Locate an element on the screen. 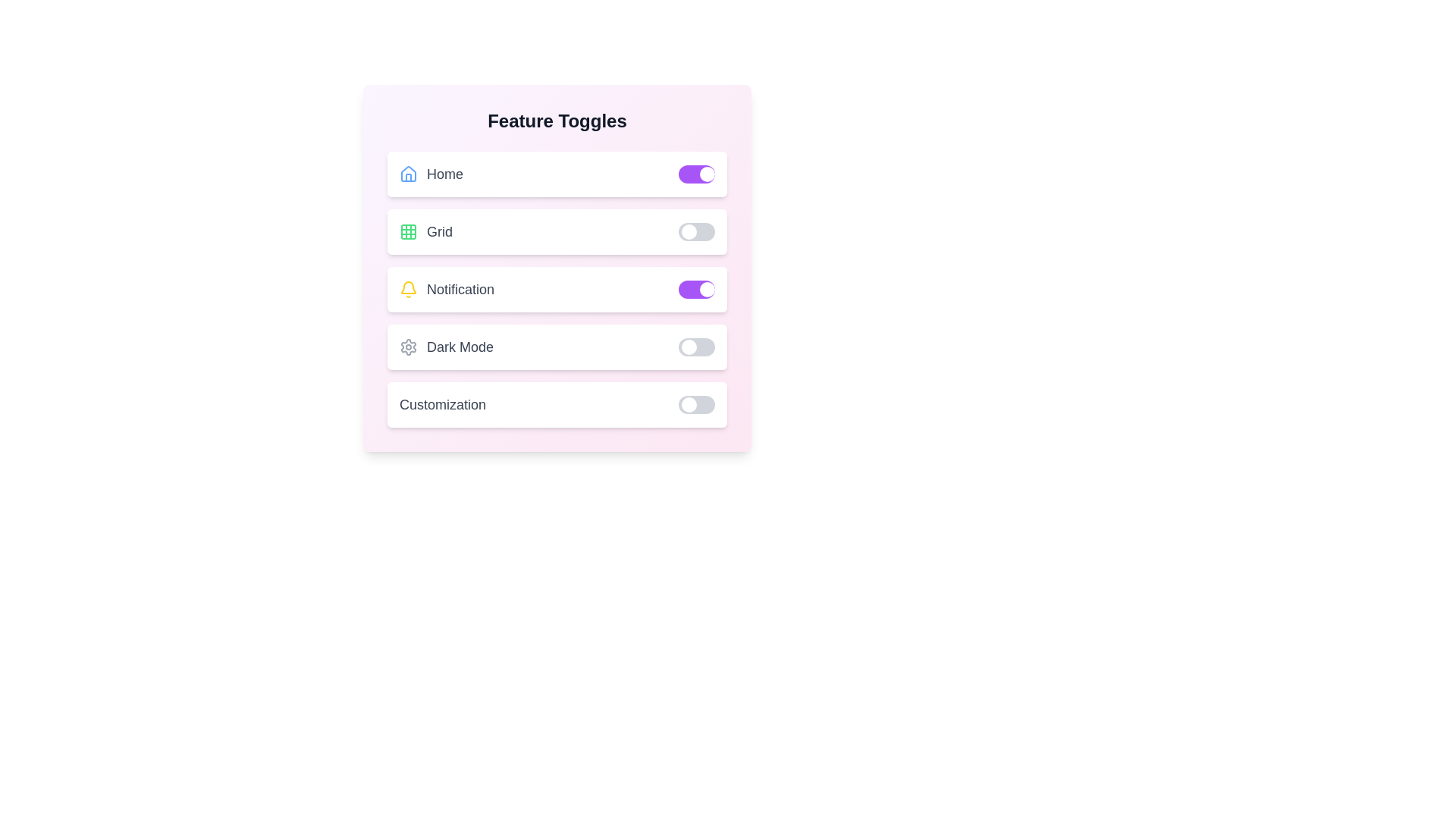 This screenshot has height=819, width=1456. the heading text element that indicates the content or functionality provided in this area is located at coordinates (556, 120).